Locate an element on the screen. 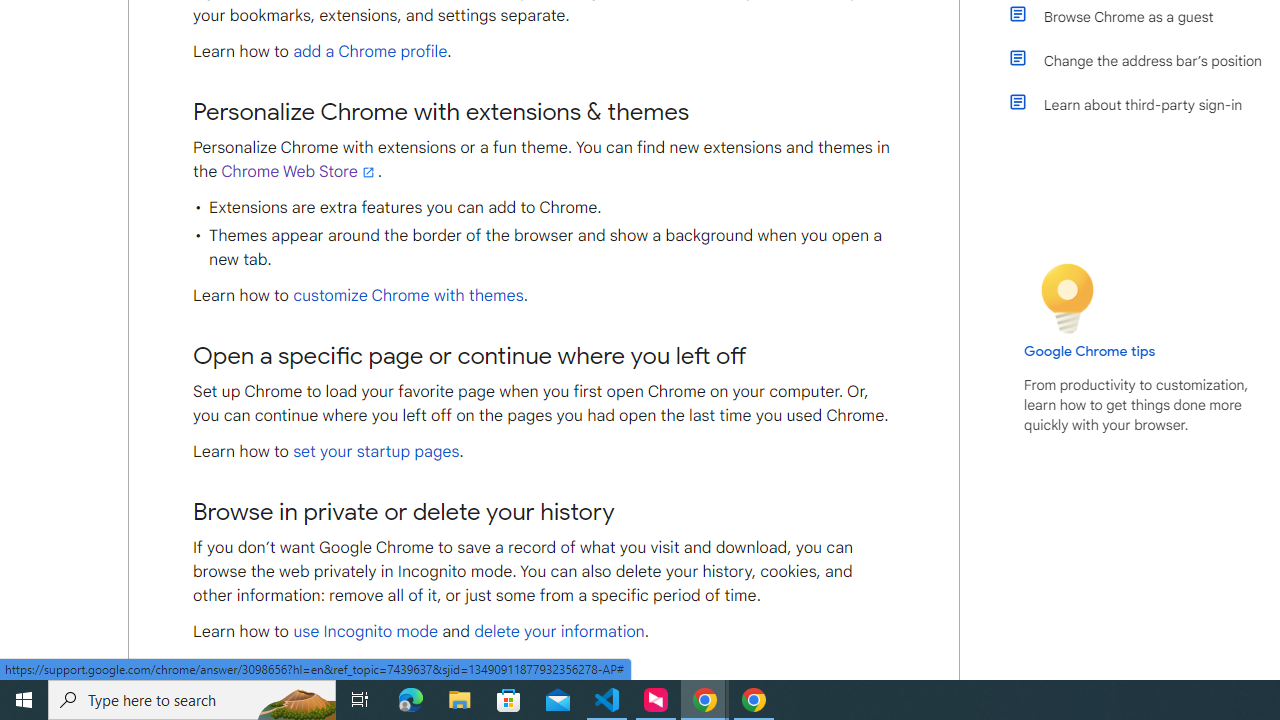 This screenshot has width=1280, height=720. 'Chrome Web Store' is located at coordinates (298, 171).